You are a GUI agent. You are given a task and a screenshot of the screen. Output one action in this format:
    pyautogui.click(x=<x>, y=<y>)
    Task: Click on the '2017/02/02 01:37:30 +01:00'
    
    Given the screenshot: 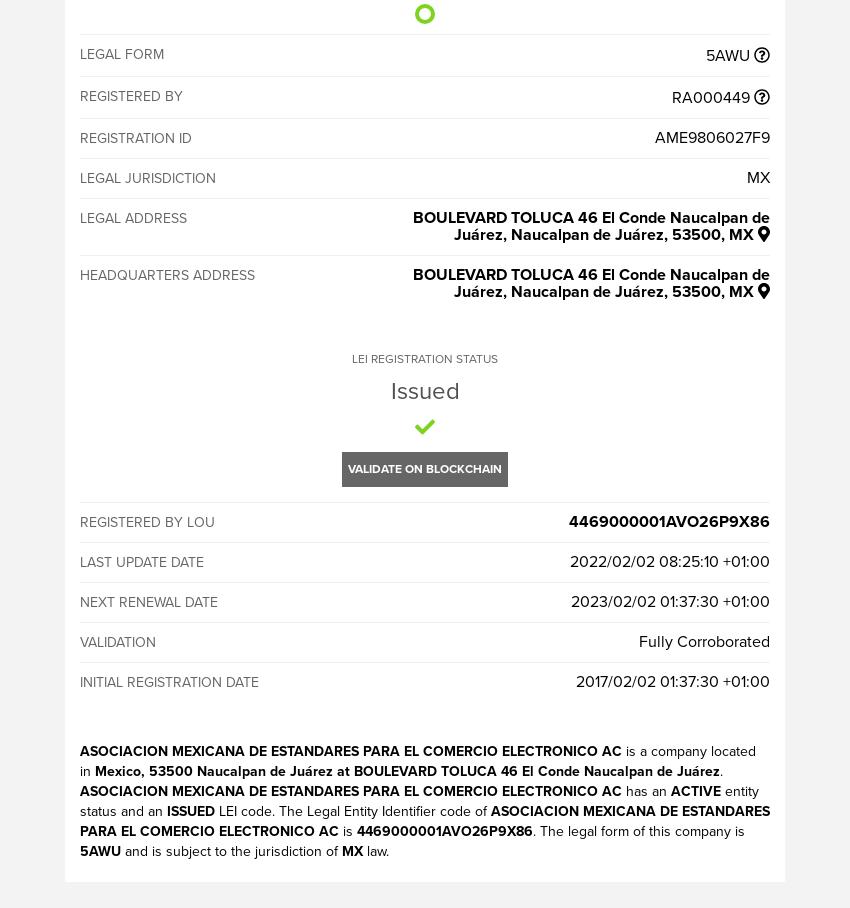 What is the action you would take?
    pyautogui.click(x=575, y=681)
    